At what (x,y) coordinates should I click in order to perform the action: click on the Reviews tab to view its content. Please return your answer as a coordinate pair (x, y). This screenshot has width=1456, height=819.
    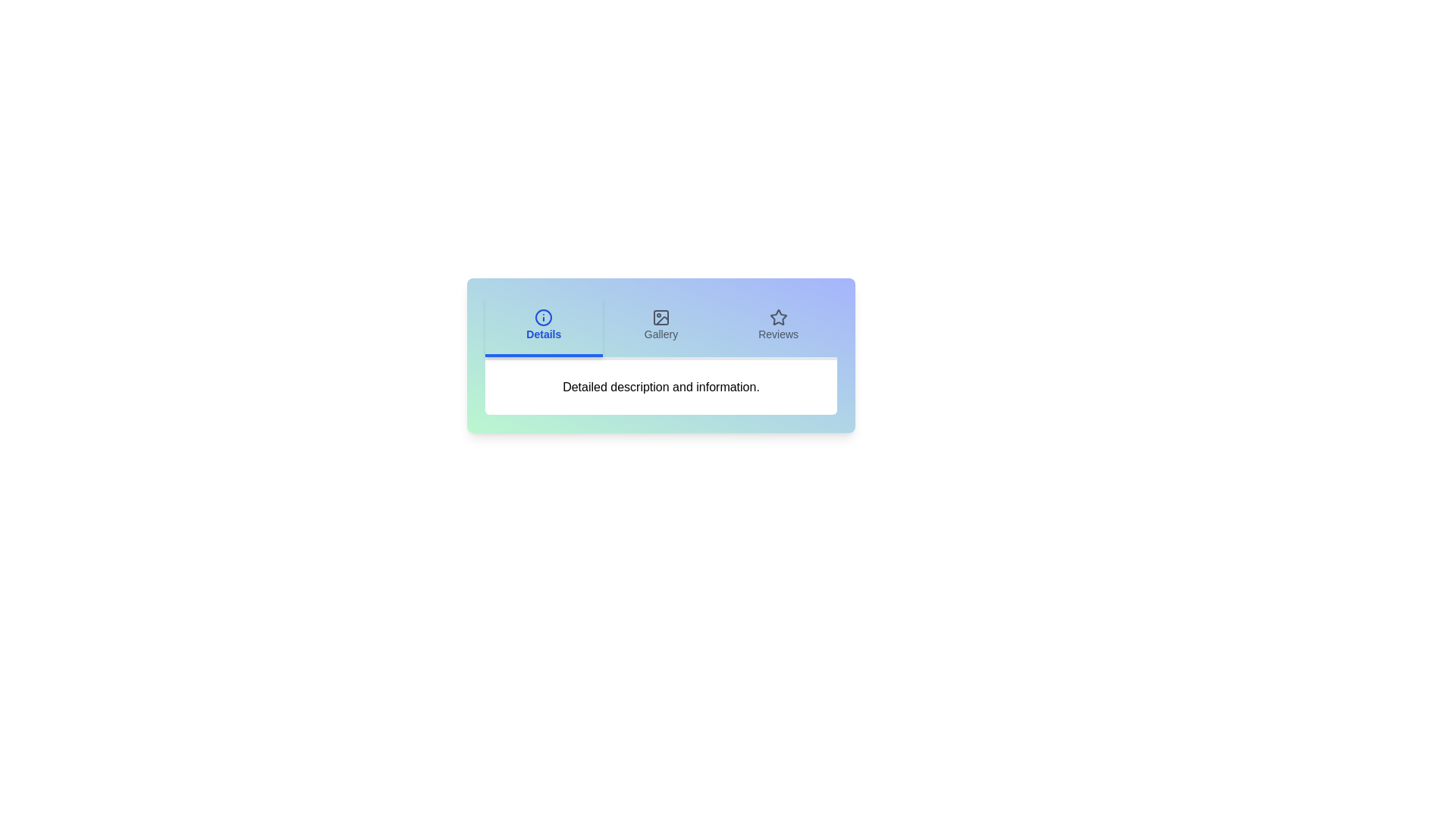
    Looking at the image, I should click on (779, 326).